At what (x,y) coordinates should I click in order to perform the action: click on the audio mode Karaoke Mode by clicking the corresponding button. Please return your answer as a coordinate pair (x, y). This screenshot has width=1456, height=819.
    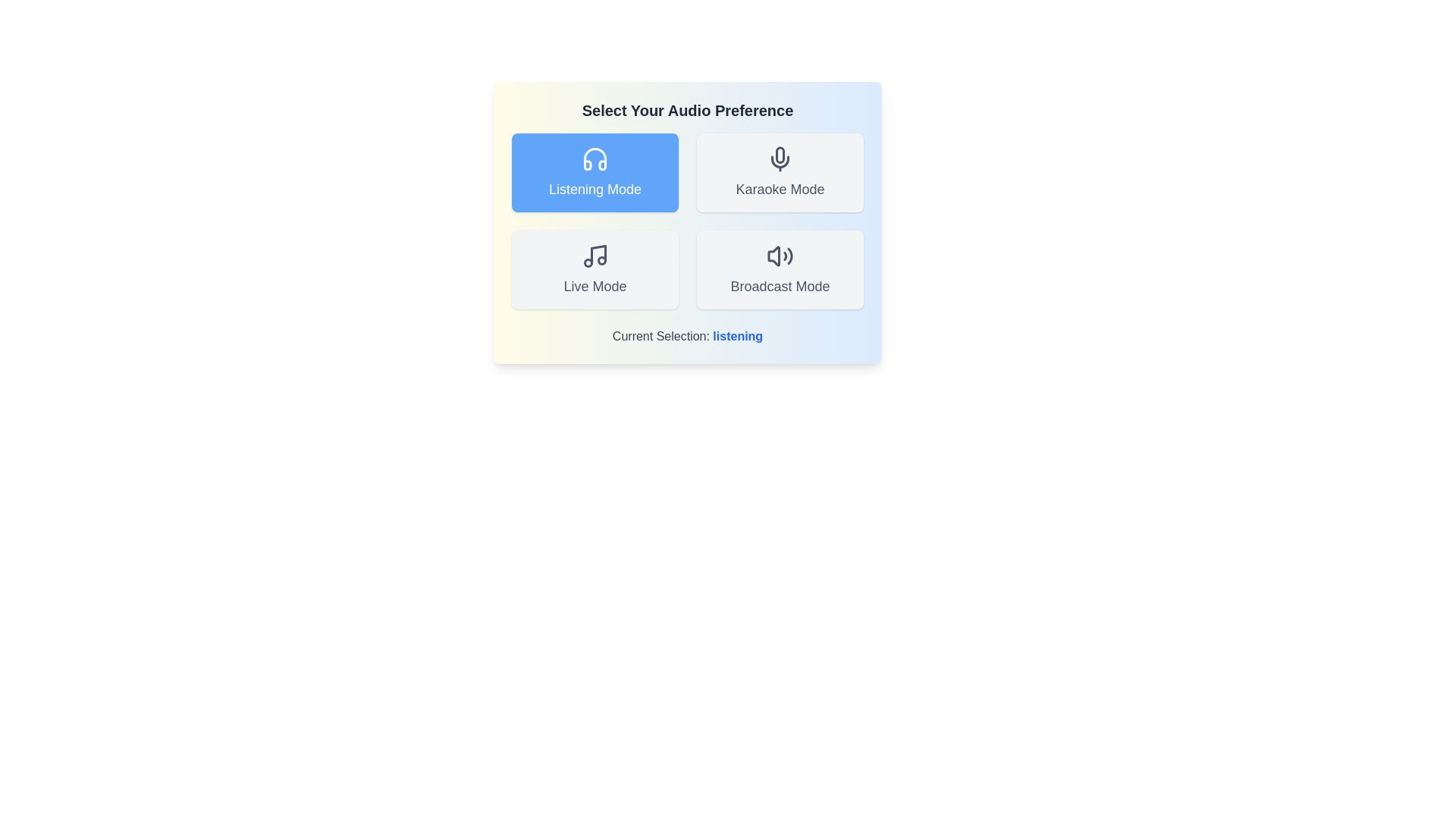
    Looking at the image, I should click on (780, 171).